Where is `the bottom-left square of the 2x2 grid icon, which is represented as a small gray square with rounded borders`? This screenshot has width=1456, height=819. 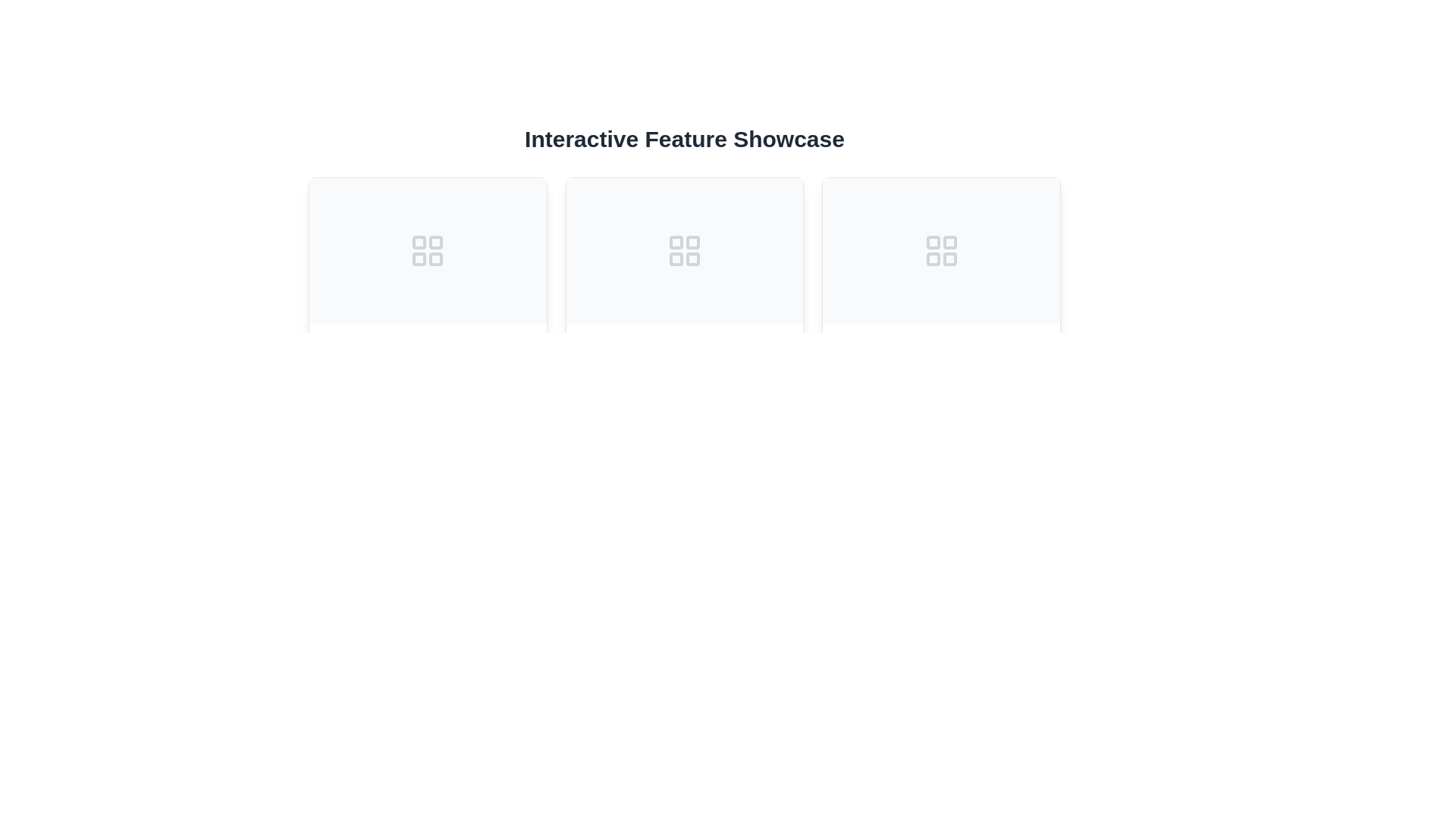 the bottom-left square of the 2x2 grid icon, which is represented as a small gray square with rounded borders is located at coordinates (932, 259).